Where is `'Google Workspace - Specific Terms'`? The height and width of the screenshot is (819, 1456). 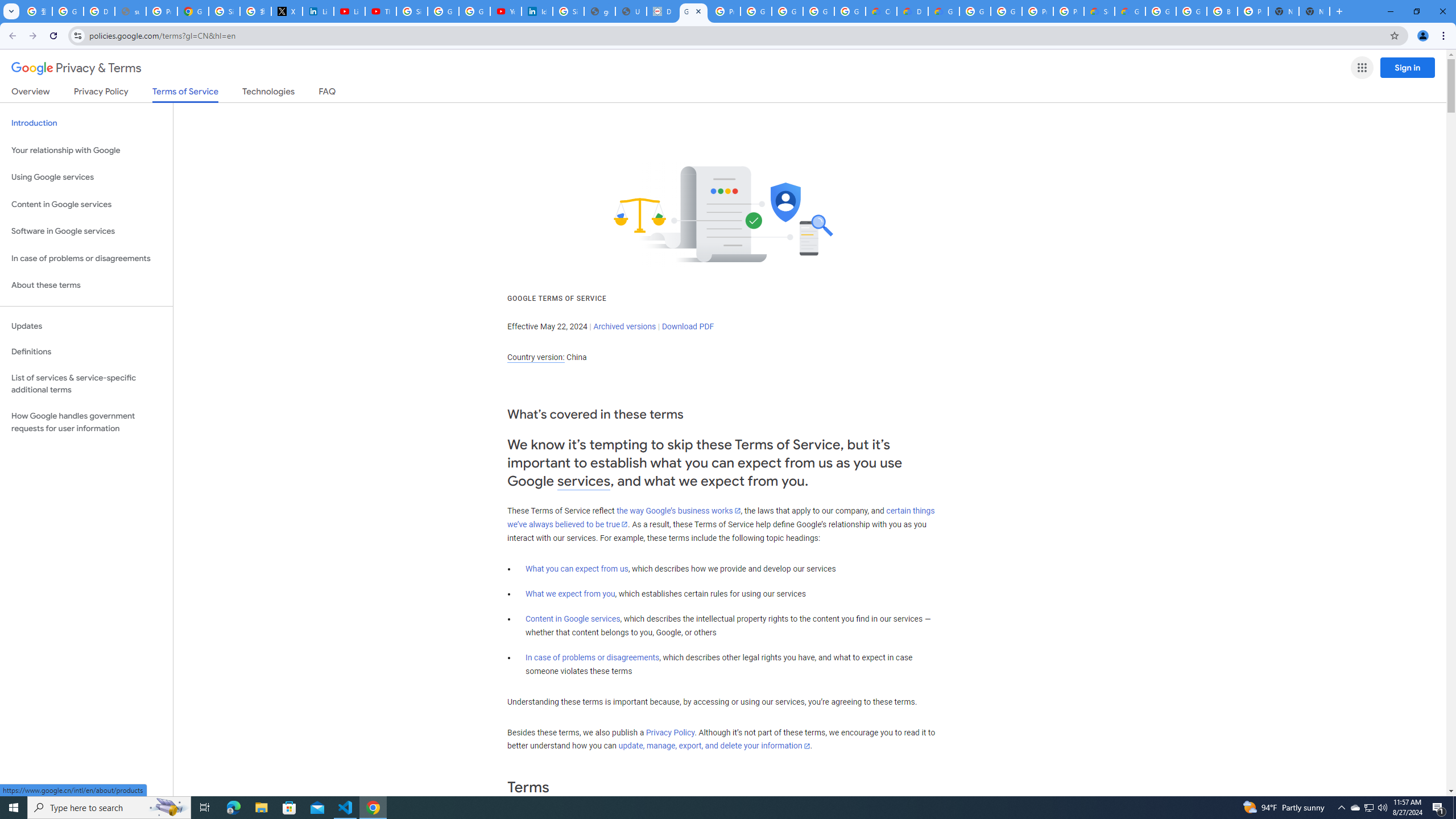 'Google Workspace - Specific Terms' is located at coordinates (818, 11).